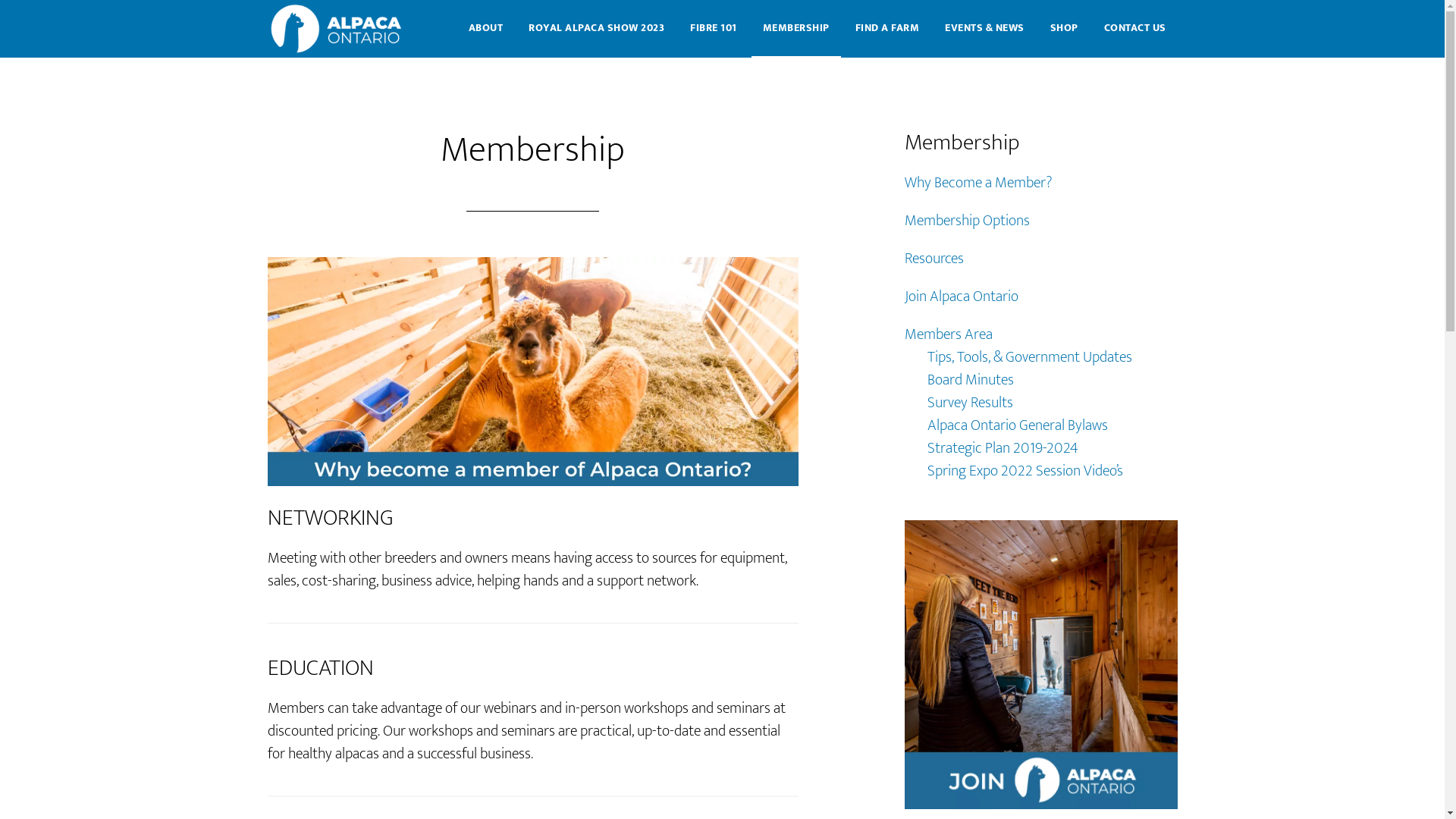  Describe the element at coordinates (886, 29) in the screenshot. I see `'FIND A FARM'` at that location.